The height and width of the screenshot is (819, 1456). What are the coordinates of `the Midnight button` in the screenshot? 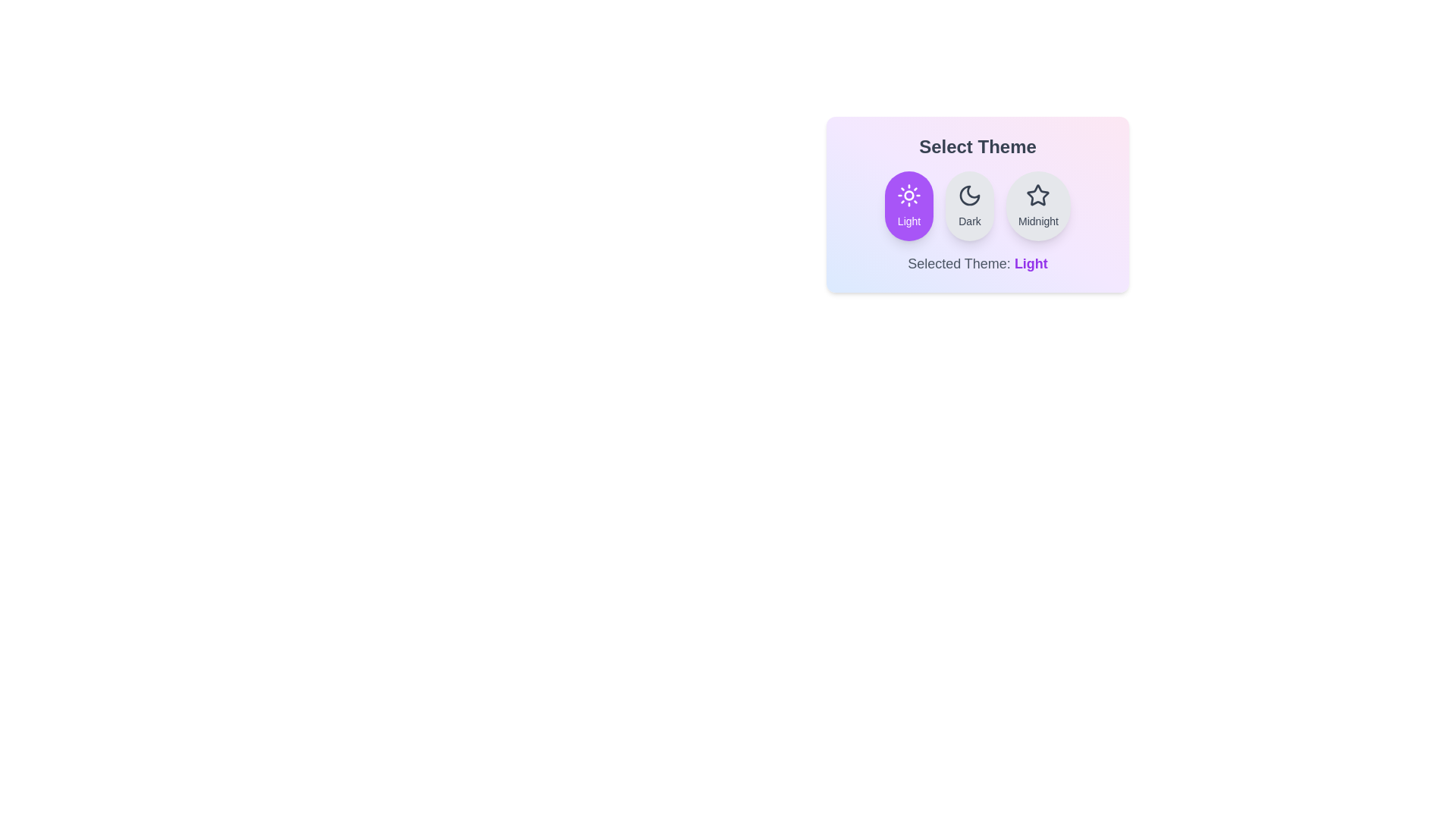 It's located at (1037, 206).